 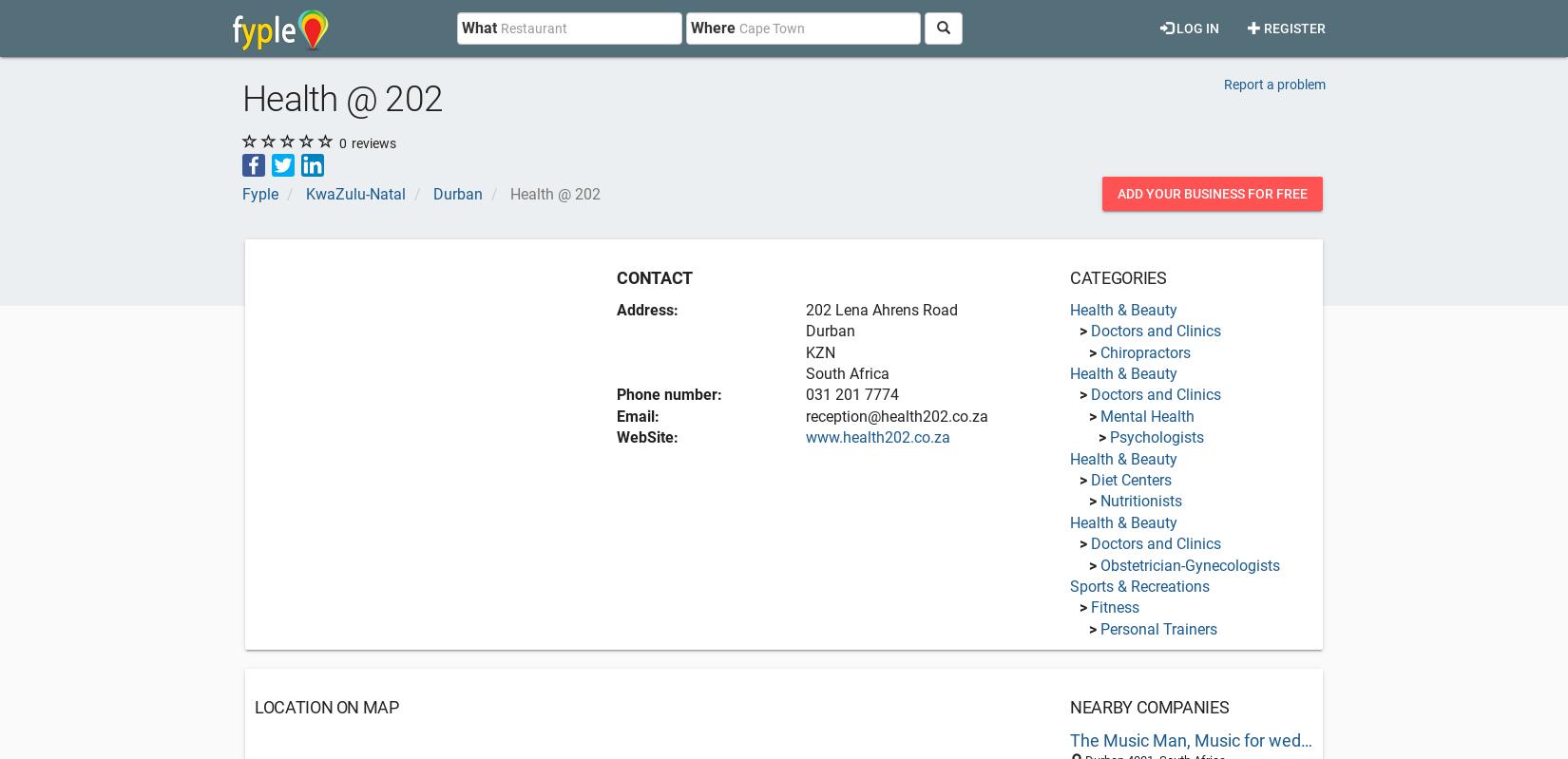 I want to click on 'Log in', so click(x=1174, y=28).